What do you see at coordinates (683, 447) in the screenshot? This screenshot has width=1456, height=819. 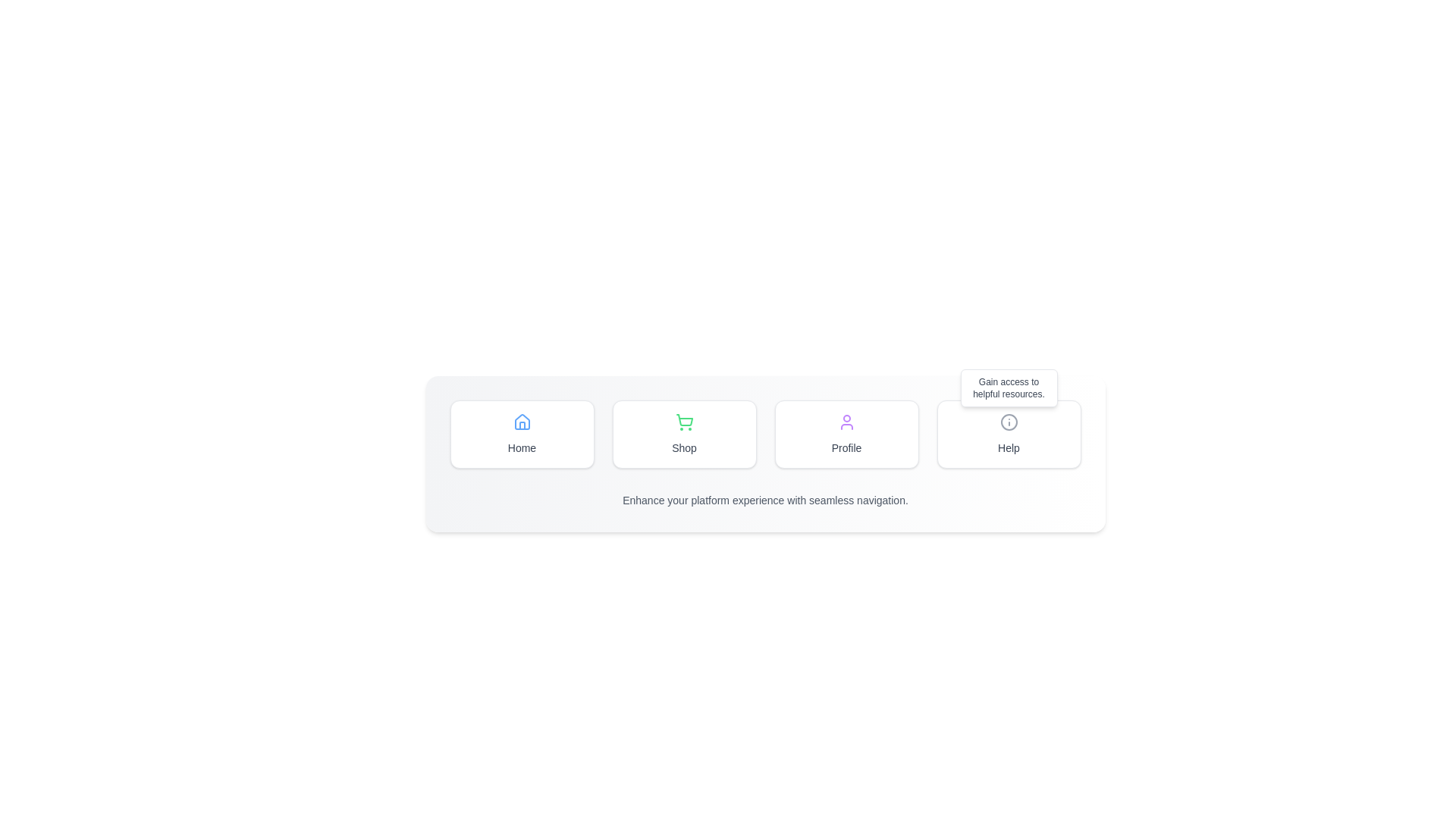 I see `the text label located directly below the green shopping cart icon in the second group of horizontally aligned sections, which is between the 'Home' and 'Profile' sections` at bounding box center [683, 447].